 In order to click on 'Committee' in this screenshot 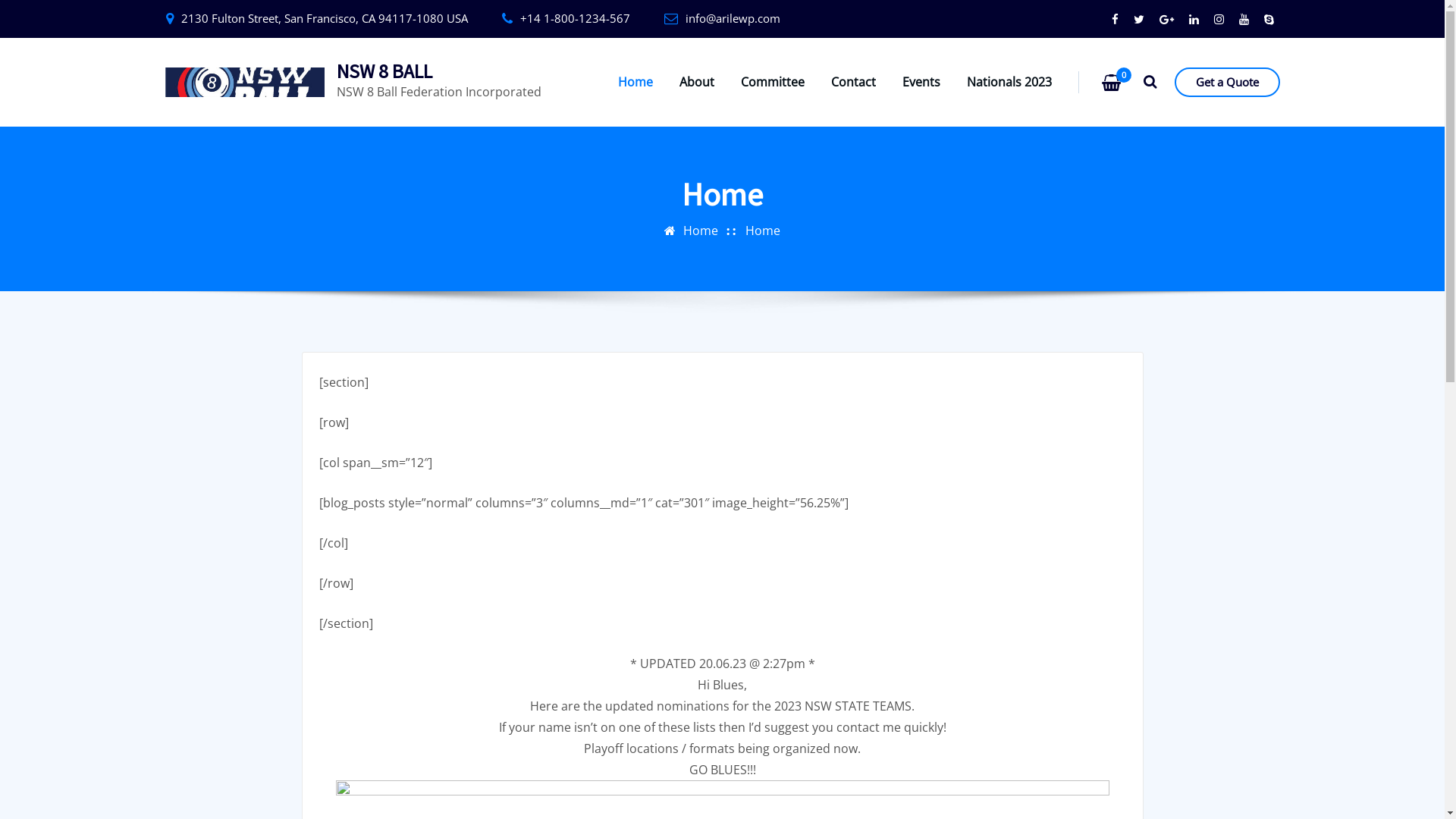, I will do `click(772, 82)`.